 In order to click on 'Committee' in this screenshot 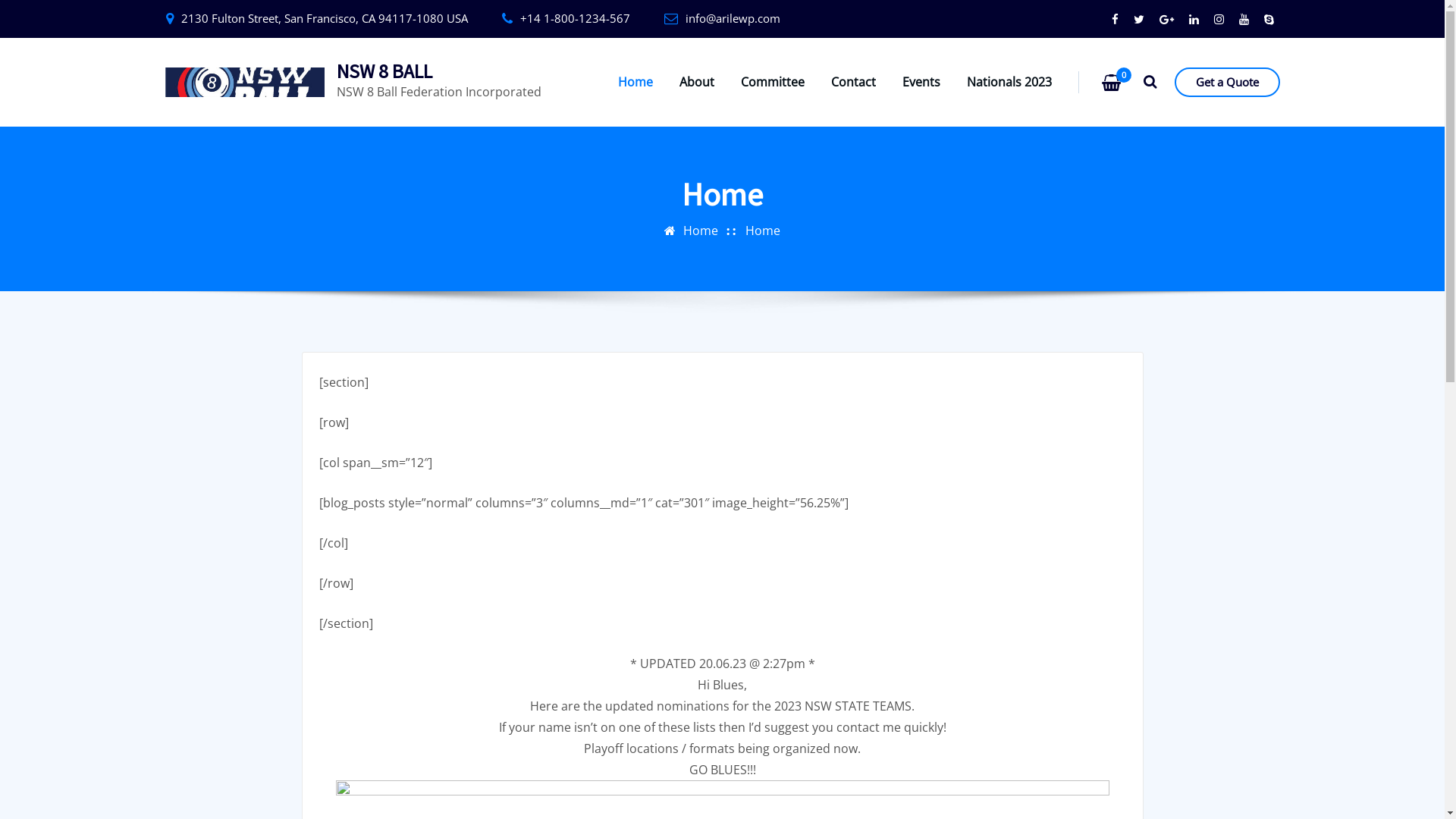, I will do `click(772, 82)`.